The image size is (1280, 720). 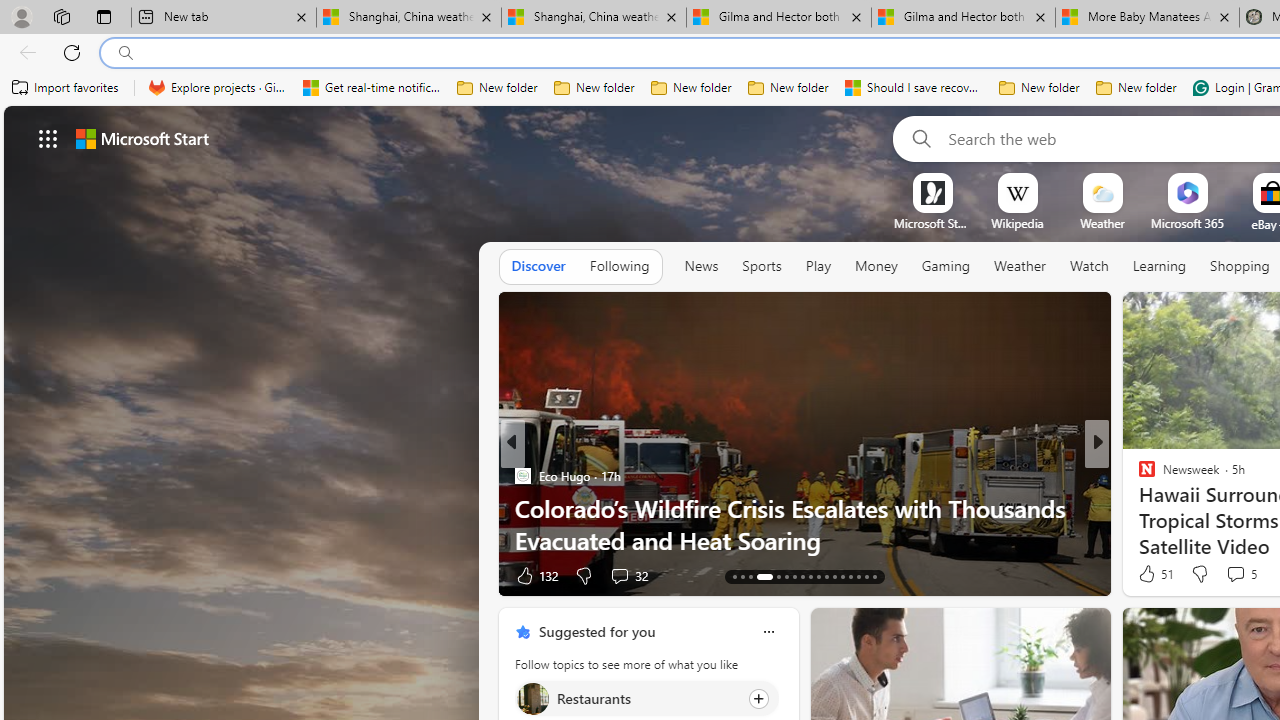 What do you see at coordinates (1228, 575) in the screenshot?
I see `'View comments 3 Comment'` at bounding box center [1228, 575].